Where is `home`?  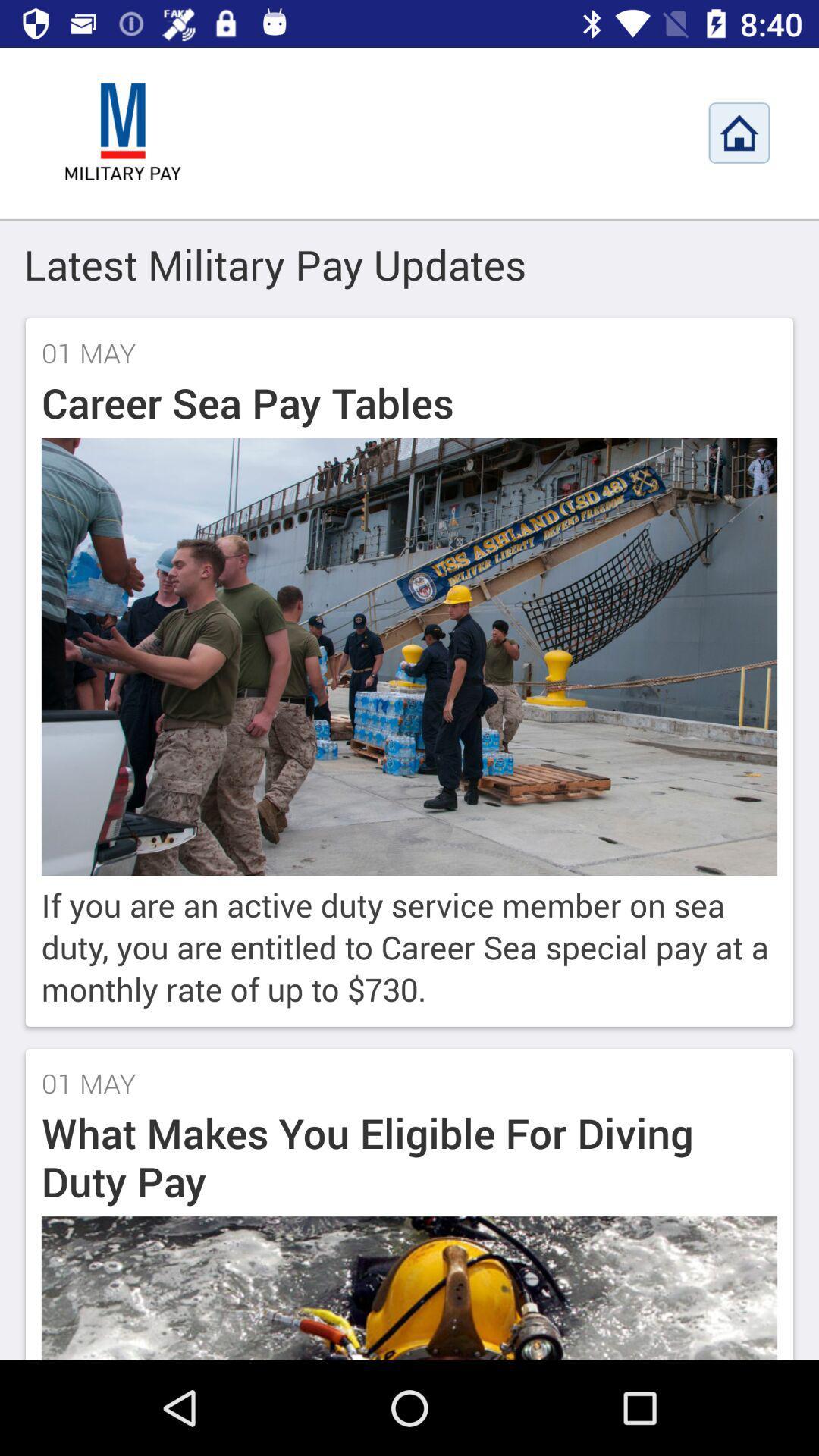 home is located at coordinates (739, 133).